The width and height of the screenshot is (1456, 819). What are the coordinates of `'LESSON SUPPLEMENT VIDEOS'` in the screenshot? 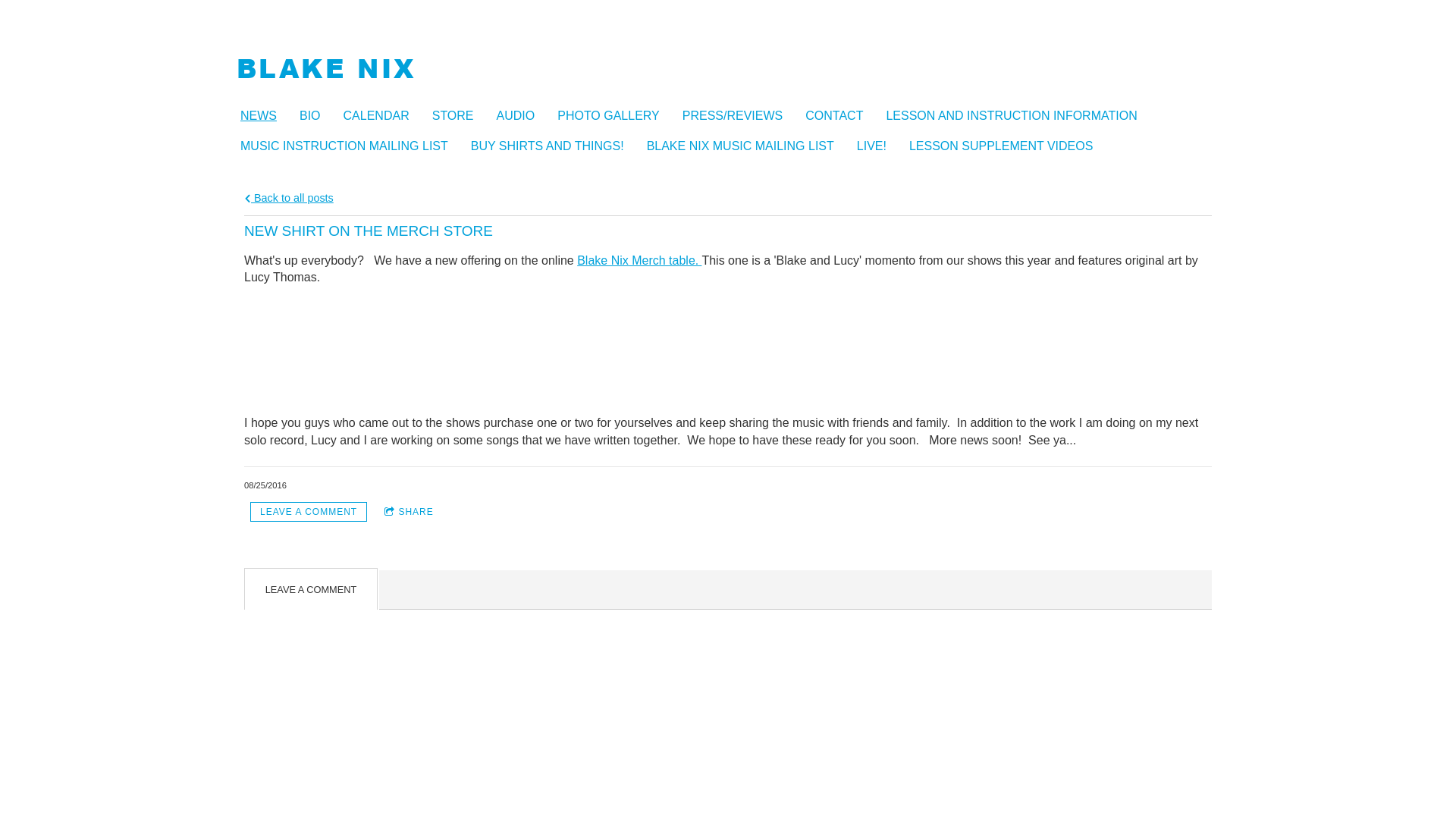 It's located at (1008, 146).